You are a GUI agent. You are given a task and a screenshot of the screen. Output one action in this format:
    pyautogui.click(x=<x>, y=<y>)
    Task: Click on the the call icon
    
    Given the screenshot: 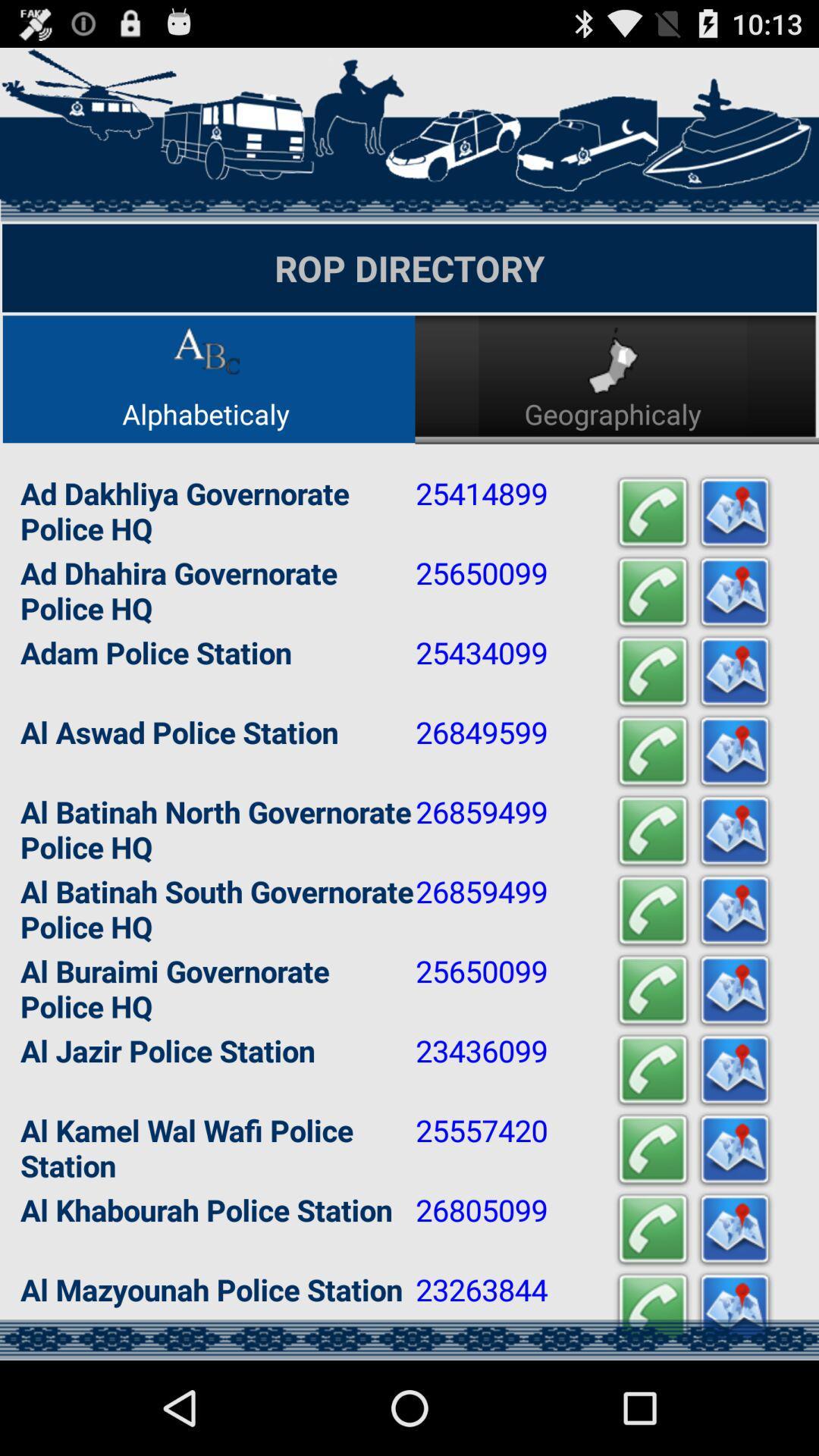 What is the action you would take?
    pyautogui.click(x=651, y=1315)
    